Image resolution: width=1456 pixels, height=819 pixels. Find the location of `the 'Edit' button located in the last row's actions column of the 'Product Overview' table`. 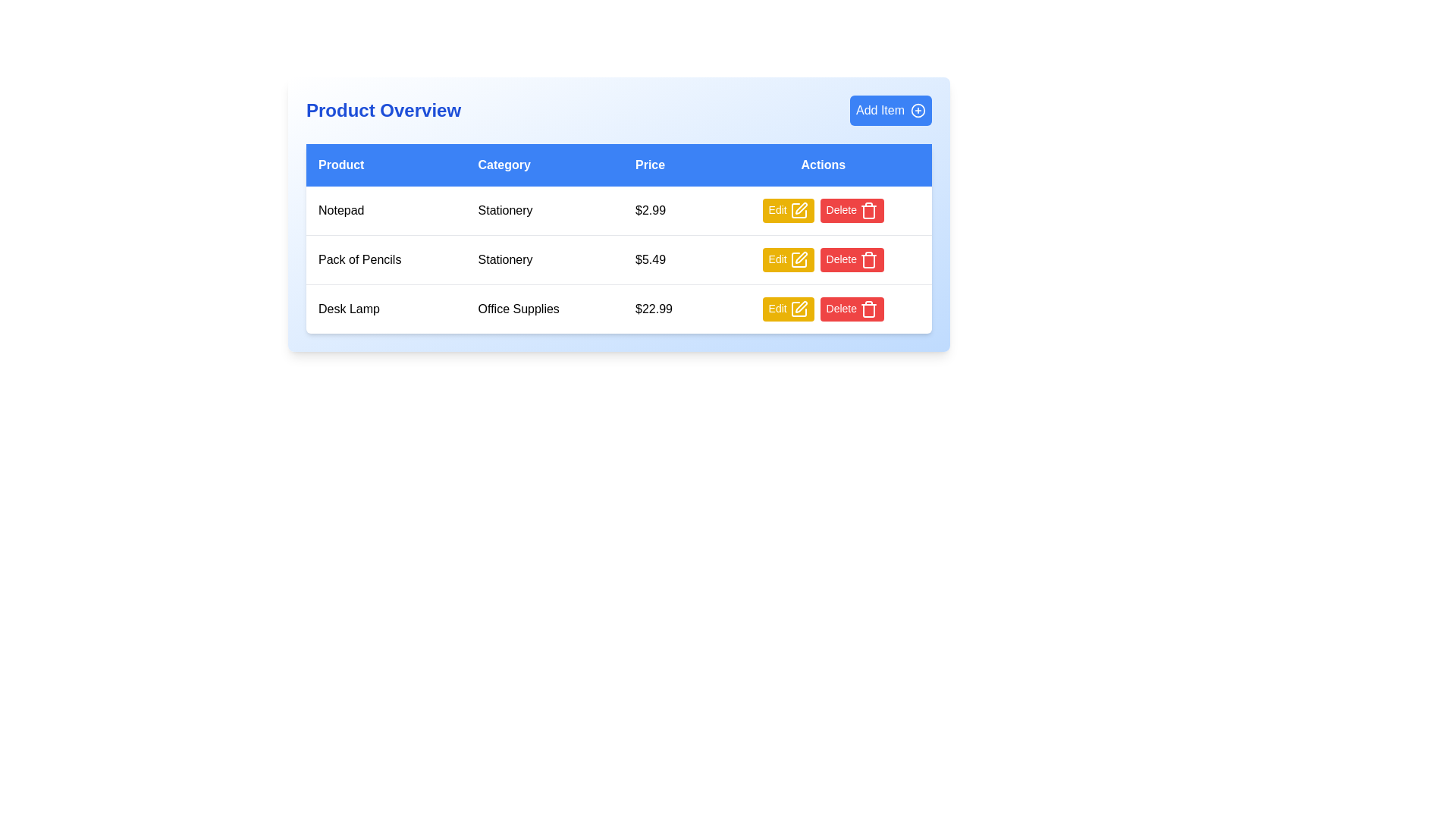

the 'Edit' button located in the last row's actions column of the 'Product Overview' table is located at coordinates (788, 309).